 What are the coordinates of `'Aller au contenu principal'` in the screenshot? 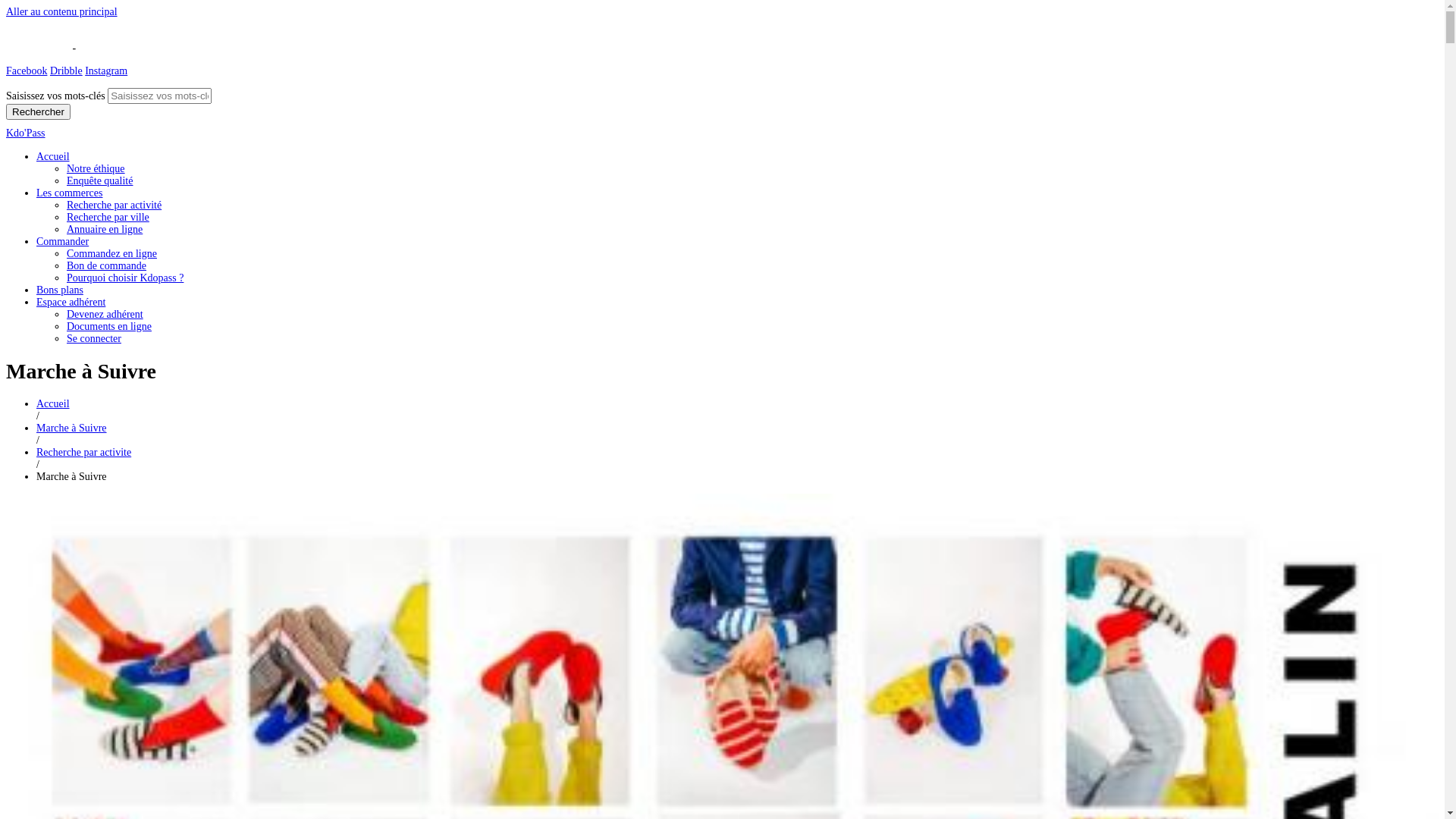 It's located at (6, 11).